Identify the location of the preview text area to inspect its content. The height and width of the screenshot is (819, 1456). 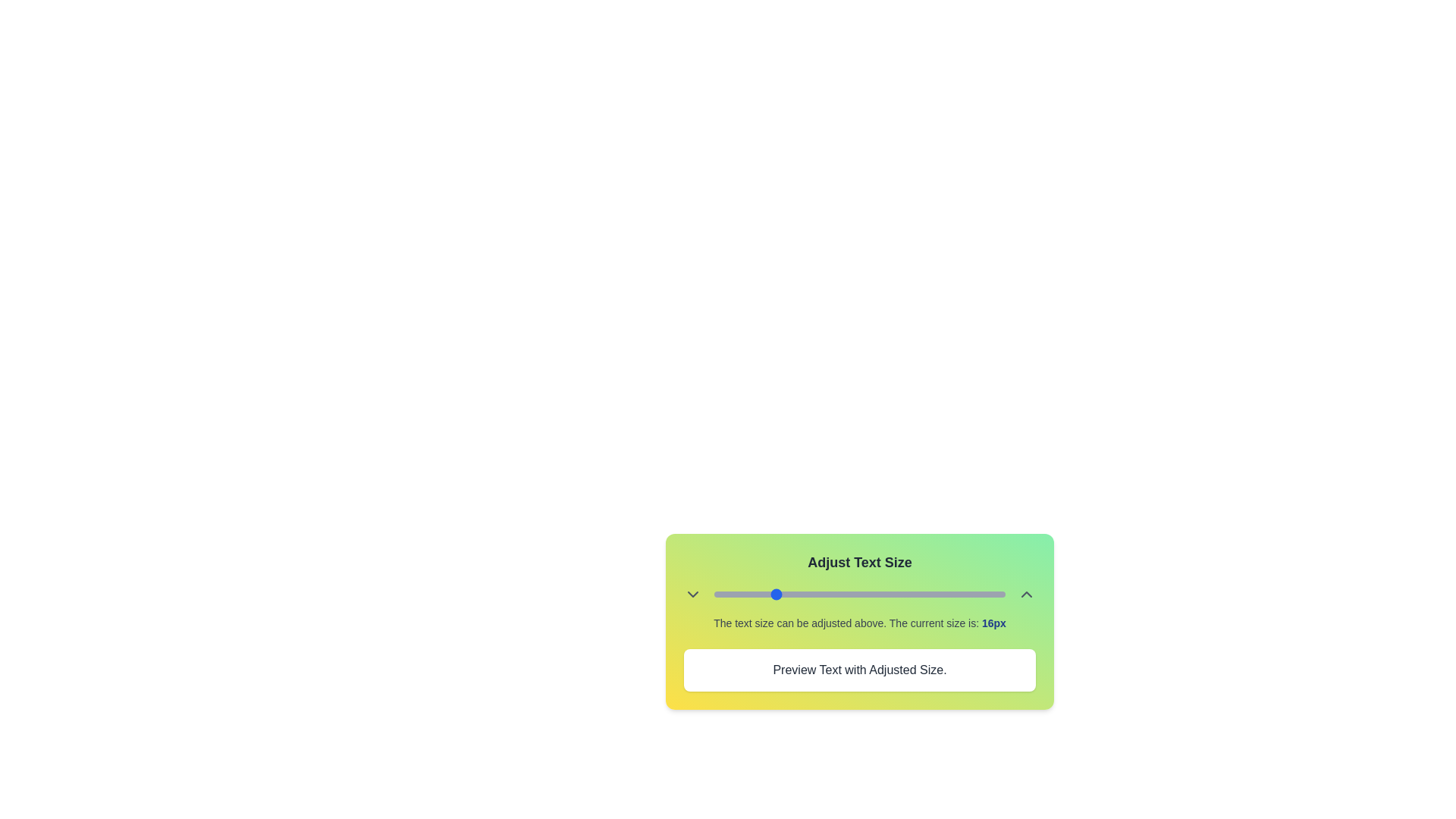
(859, 669).